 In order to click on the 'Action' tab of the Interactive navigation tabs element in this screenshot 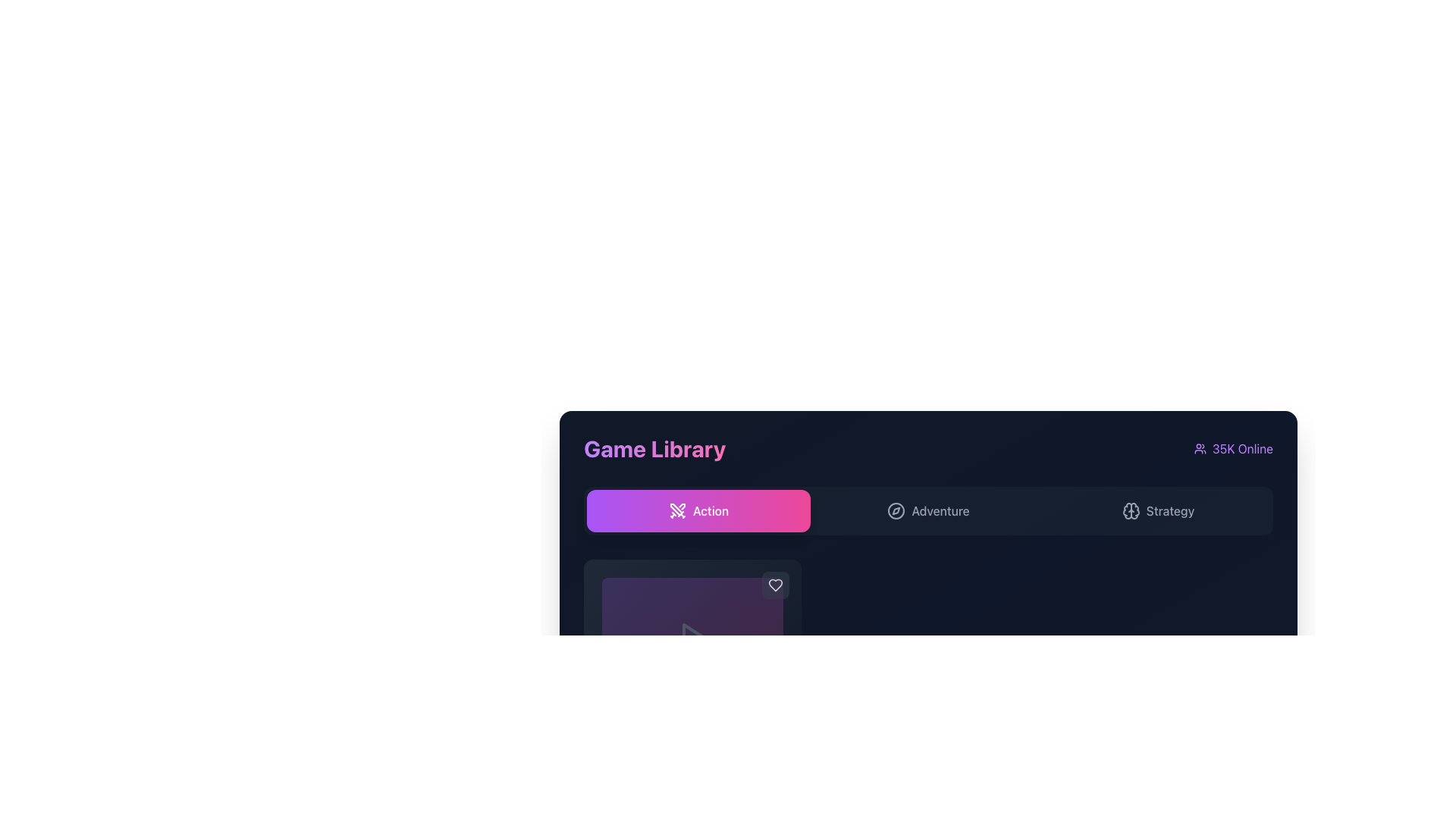, I will do `click(927, 511)`.